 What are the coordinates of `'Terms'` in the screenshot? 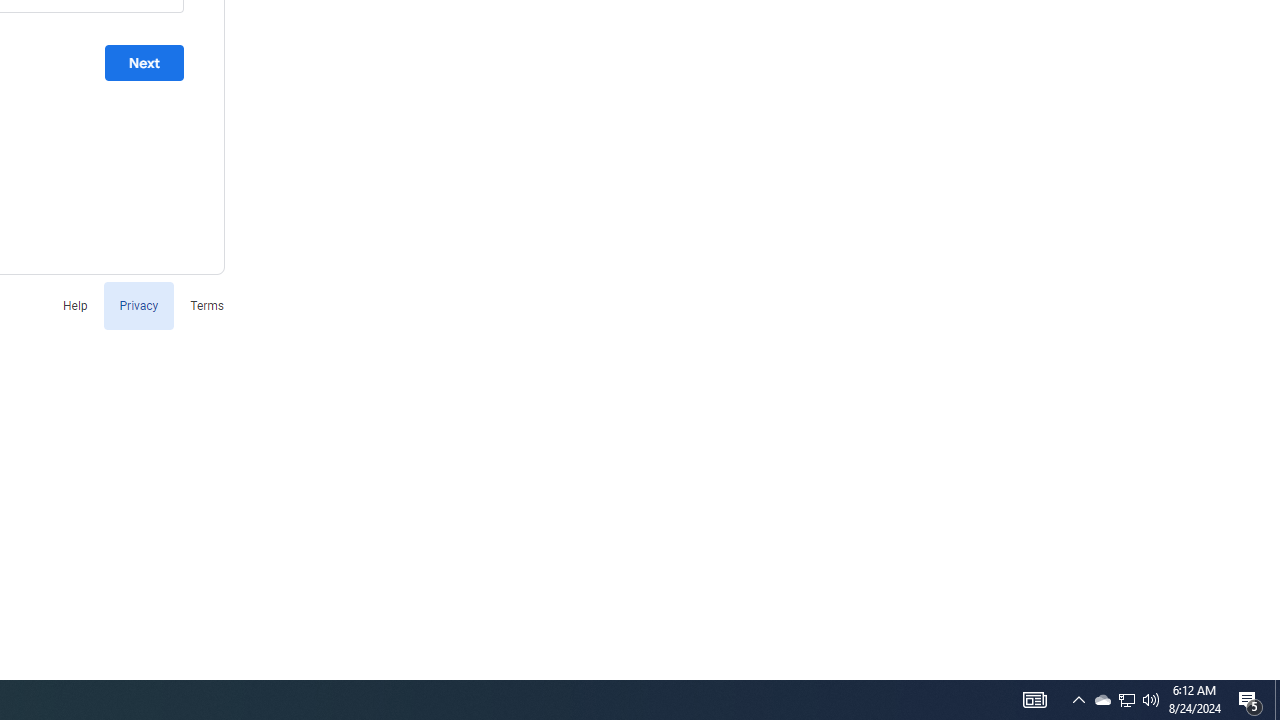 It's located at (207, 305).